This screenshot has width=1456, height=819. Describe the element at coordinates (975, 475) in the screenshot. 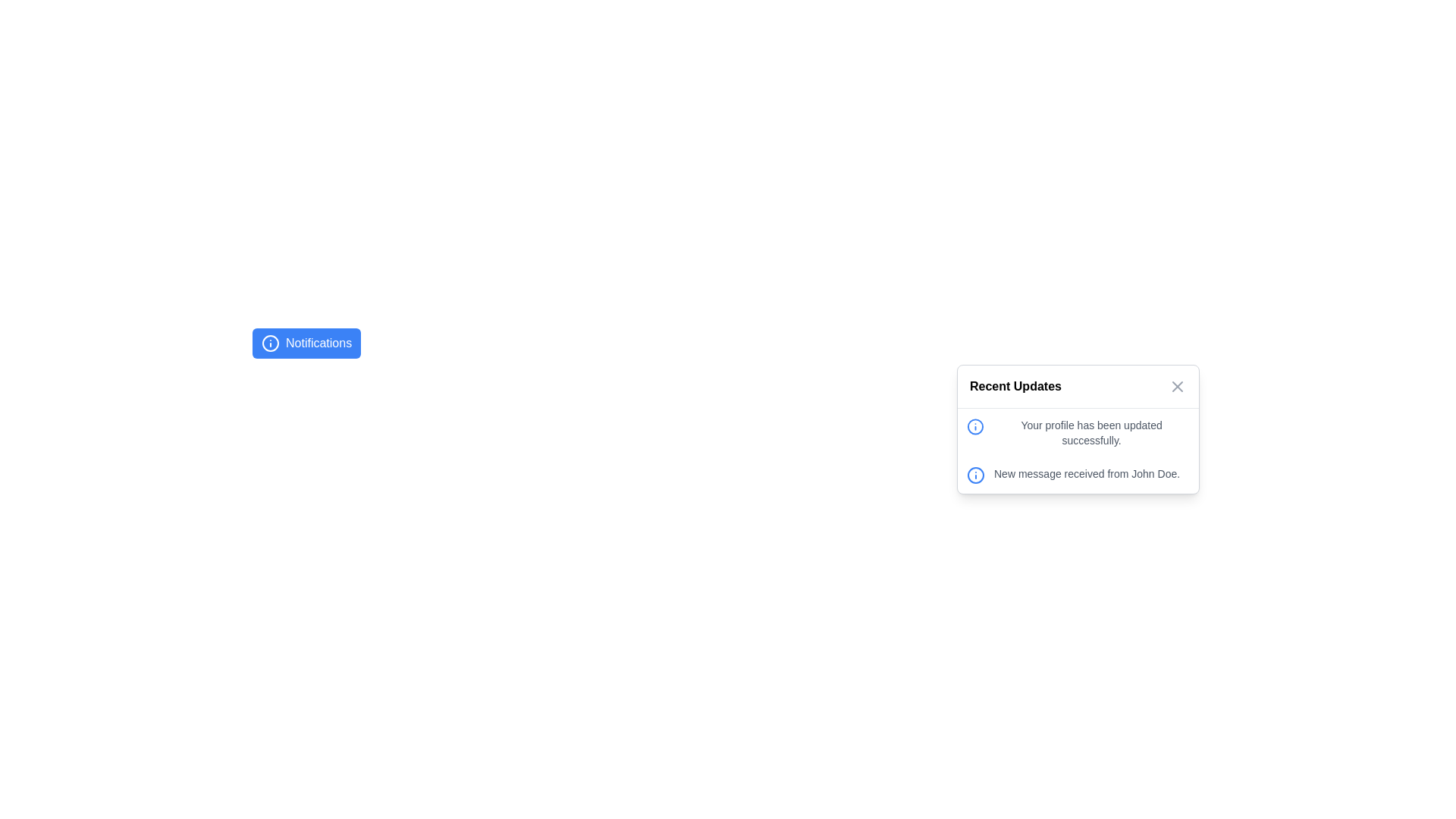

I see `the SVG Circle element that is part of an icon near the 'Notifications' text button by moving the cursor to its center point` at that location.